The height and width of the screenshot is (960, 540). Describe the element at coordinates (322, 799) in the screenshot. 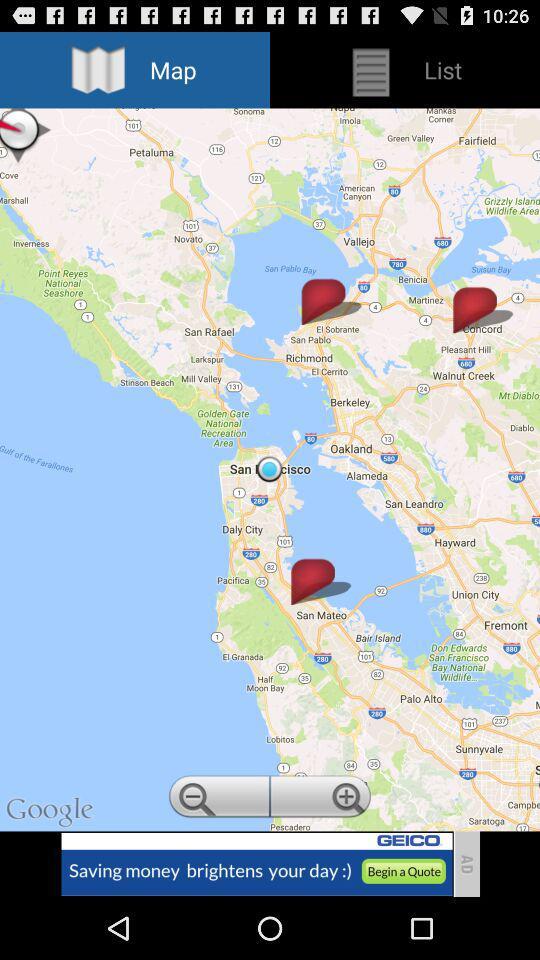

I see `zoom in` at that location.